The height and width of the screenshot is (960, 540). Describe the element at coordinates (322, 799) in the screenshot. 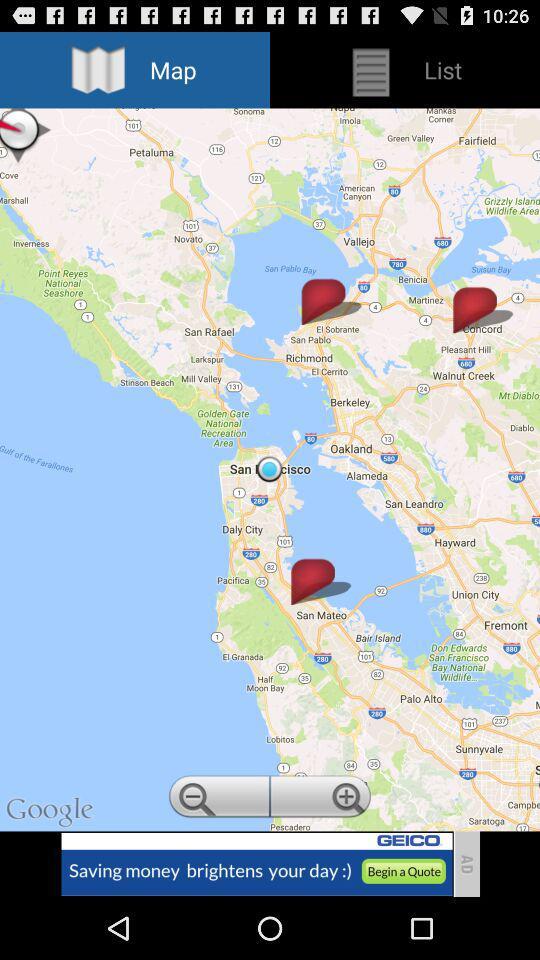

I see `zoom in` at that location.